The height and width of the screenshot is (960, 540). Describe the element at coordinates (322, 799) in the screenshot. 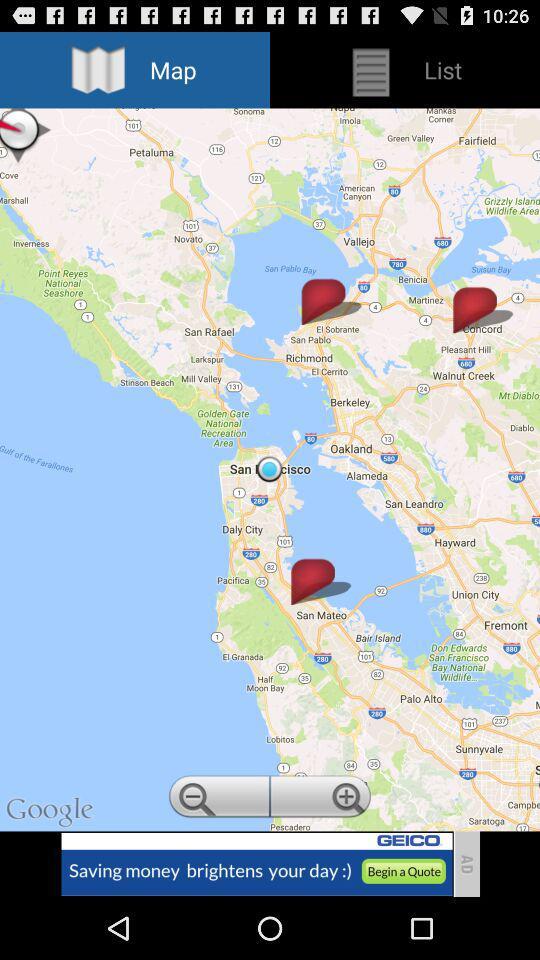

I see `zoom in` at that location.